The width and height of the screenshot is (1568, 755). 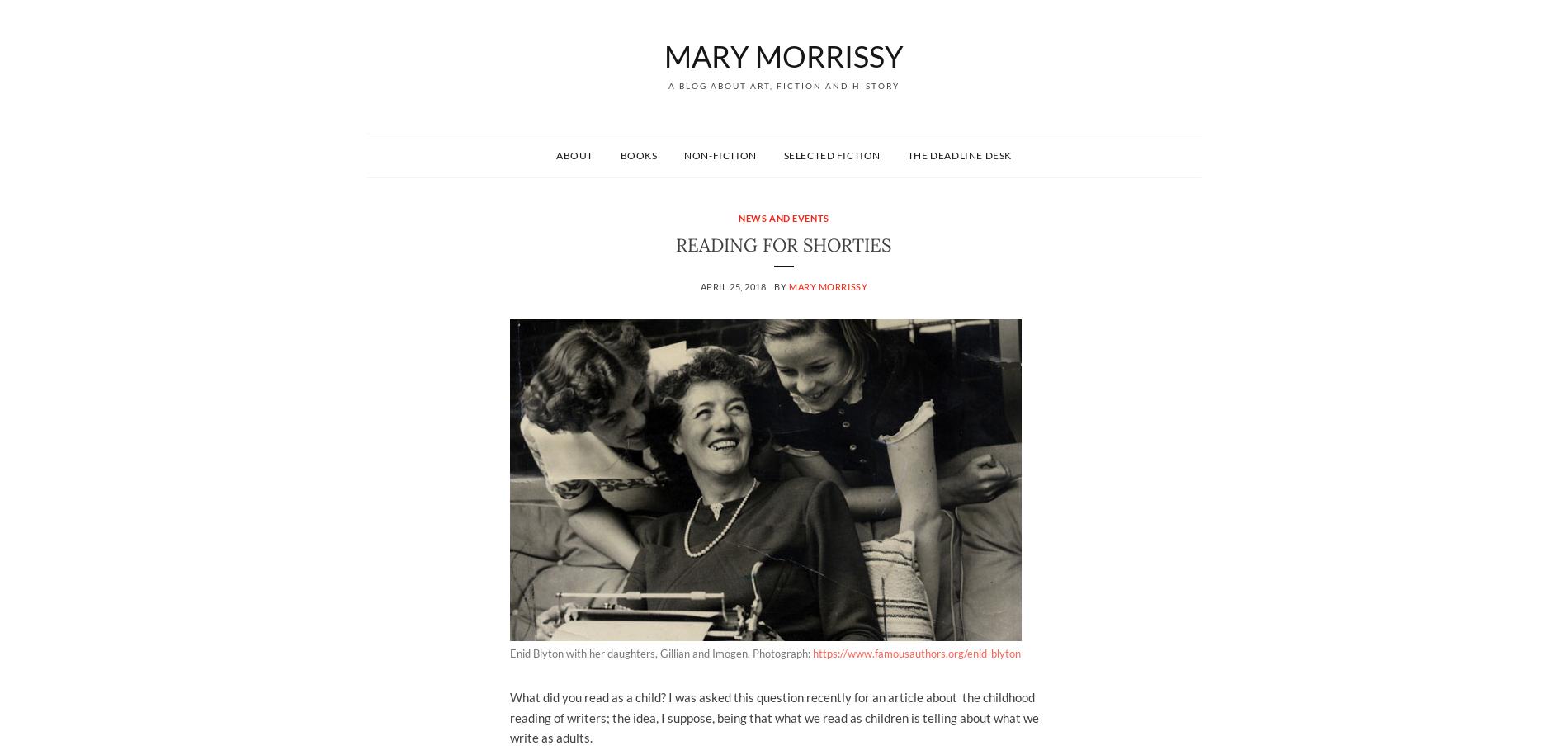 I want to click on 'https://www.famousauthors.org/enid-blyton', so click(x=916, y=653).